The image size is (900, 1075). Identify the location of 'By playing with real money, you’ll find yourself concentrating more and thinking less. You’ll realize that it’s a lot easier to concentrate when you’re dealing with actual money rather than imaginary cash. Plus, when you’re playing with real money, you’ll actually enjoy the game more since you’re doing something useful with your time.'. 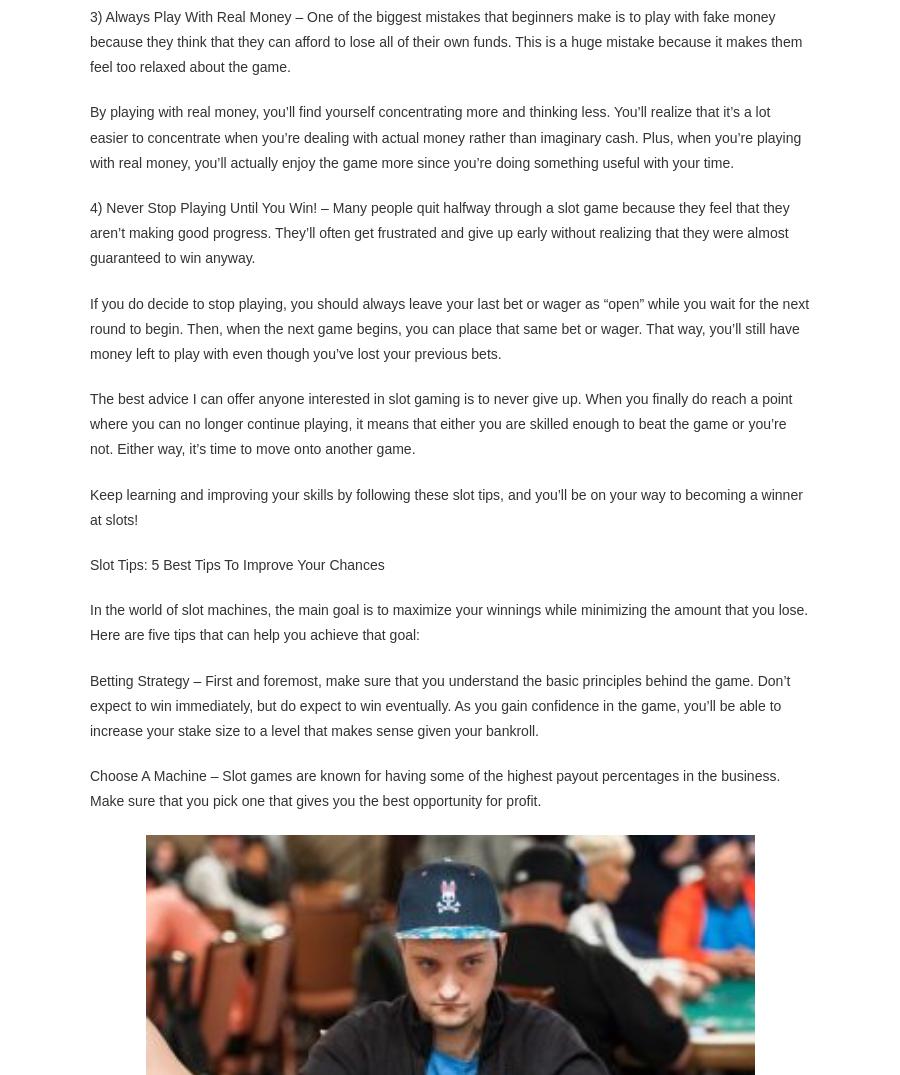
(445, 135).